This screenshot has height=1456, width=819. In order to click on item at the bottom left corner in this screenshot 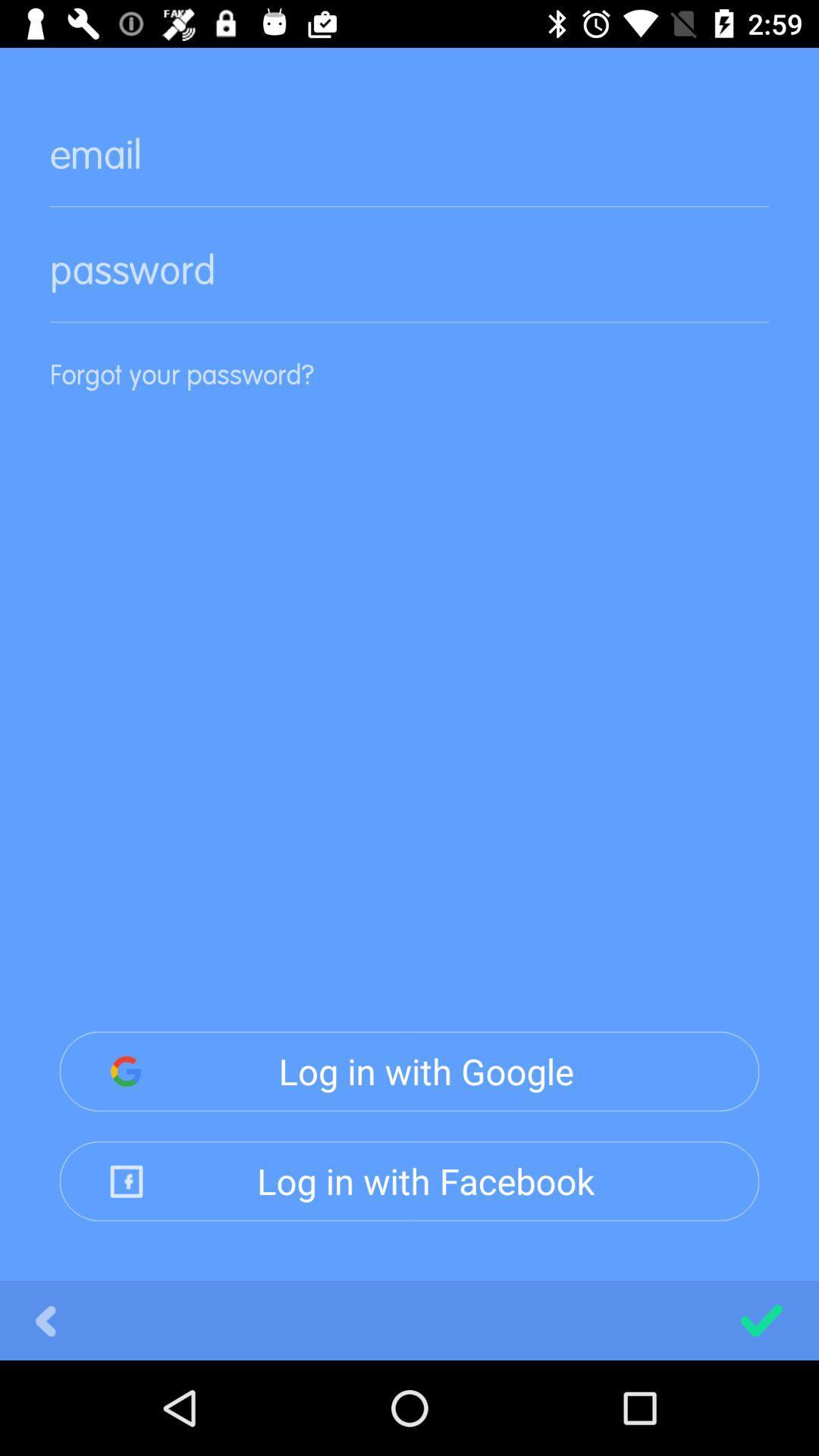, I will do `click(45, 1319)`.